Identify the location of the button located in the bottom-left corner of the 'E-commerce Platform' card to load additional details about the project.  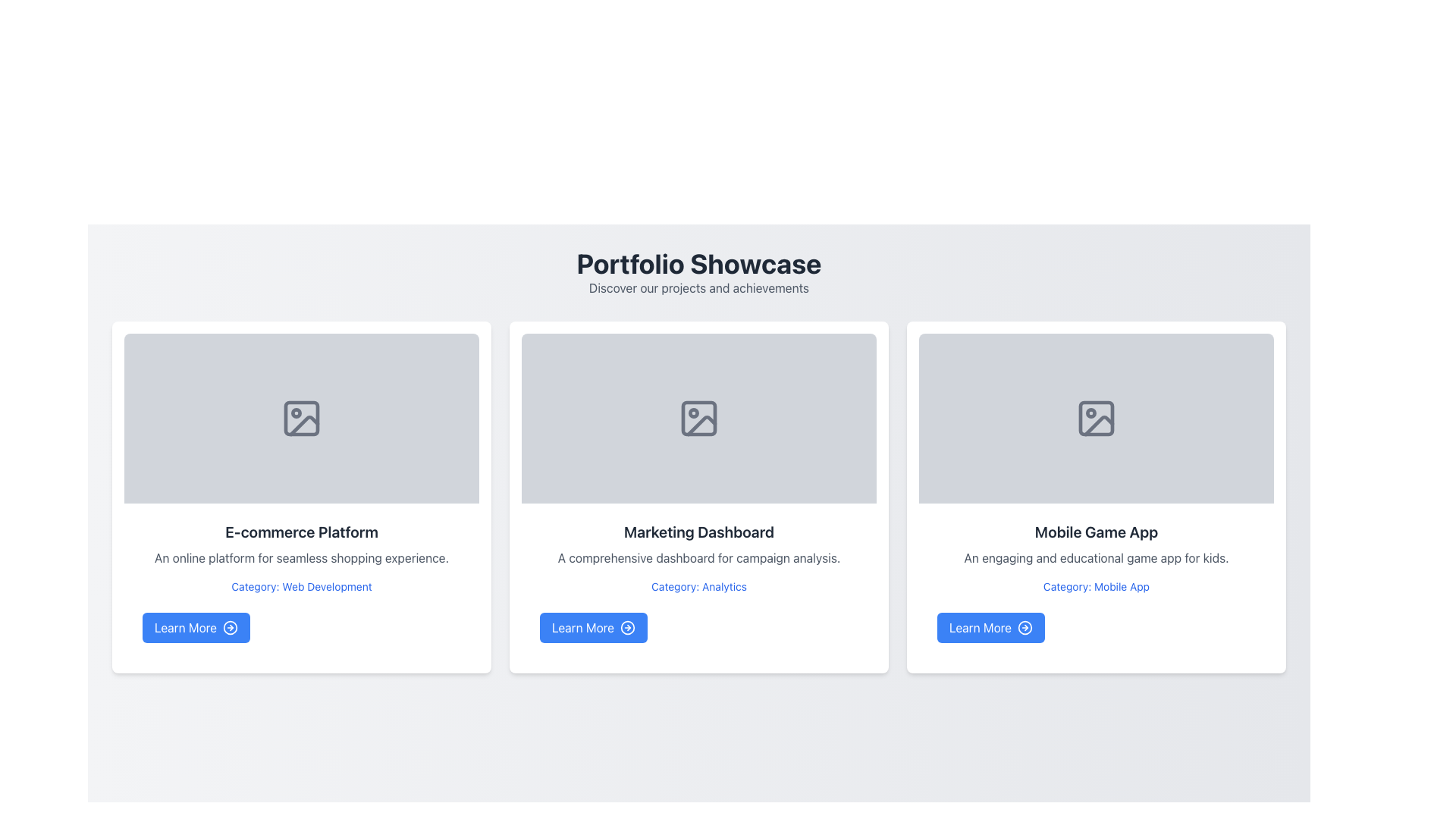
(196, 628).